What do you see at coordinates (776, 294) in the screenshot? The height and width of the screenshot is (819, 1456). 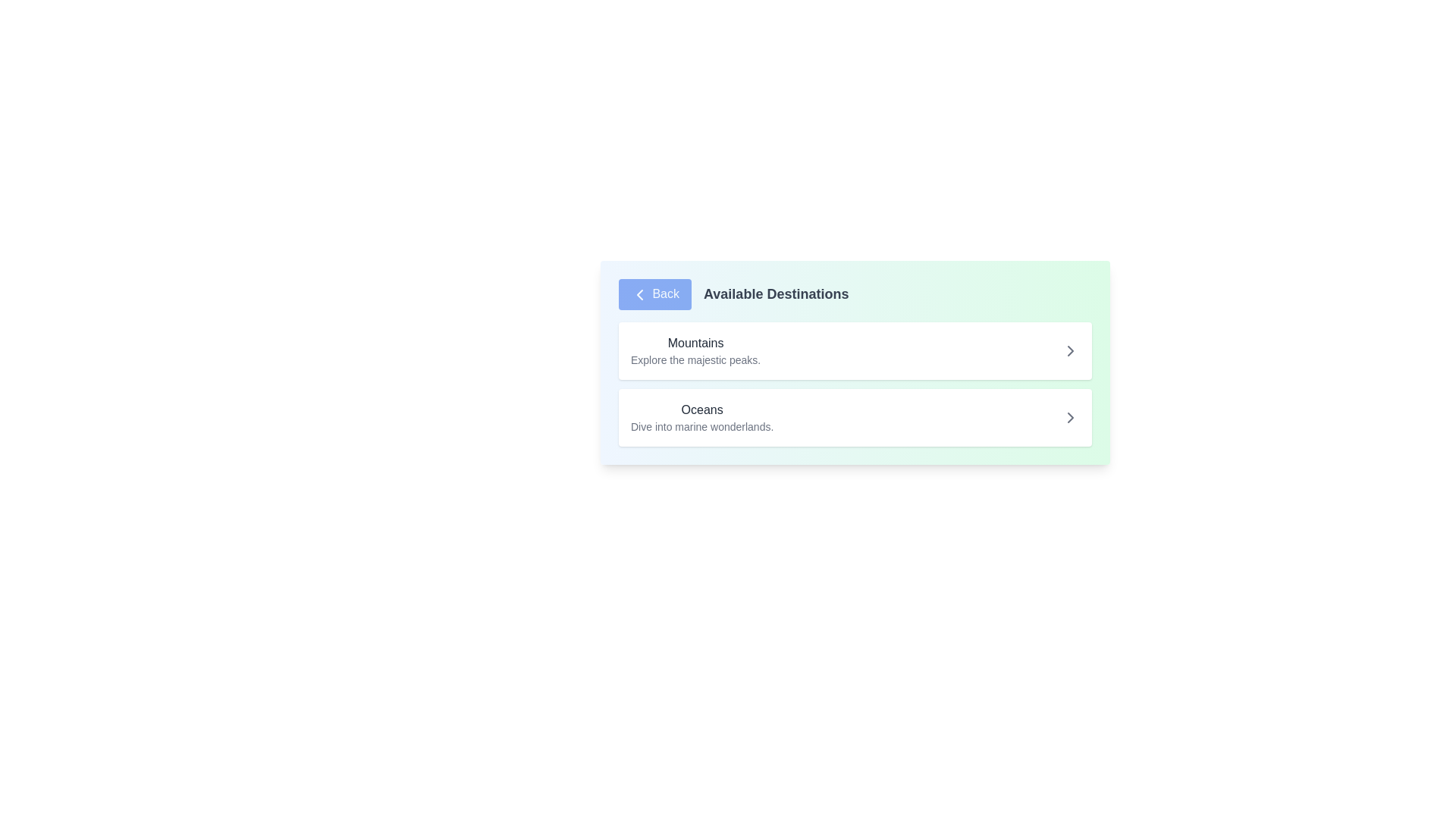 I see `the static text label displaying 'Available Destinations' in bold gray font located on the top right of the navigation bar, next to the 'Back' button` at bounding box center [776, 294].